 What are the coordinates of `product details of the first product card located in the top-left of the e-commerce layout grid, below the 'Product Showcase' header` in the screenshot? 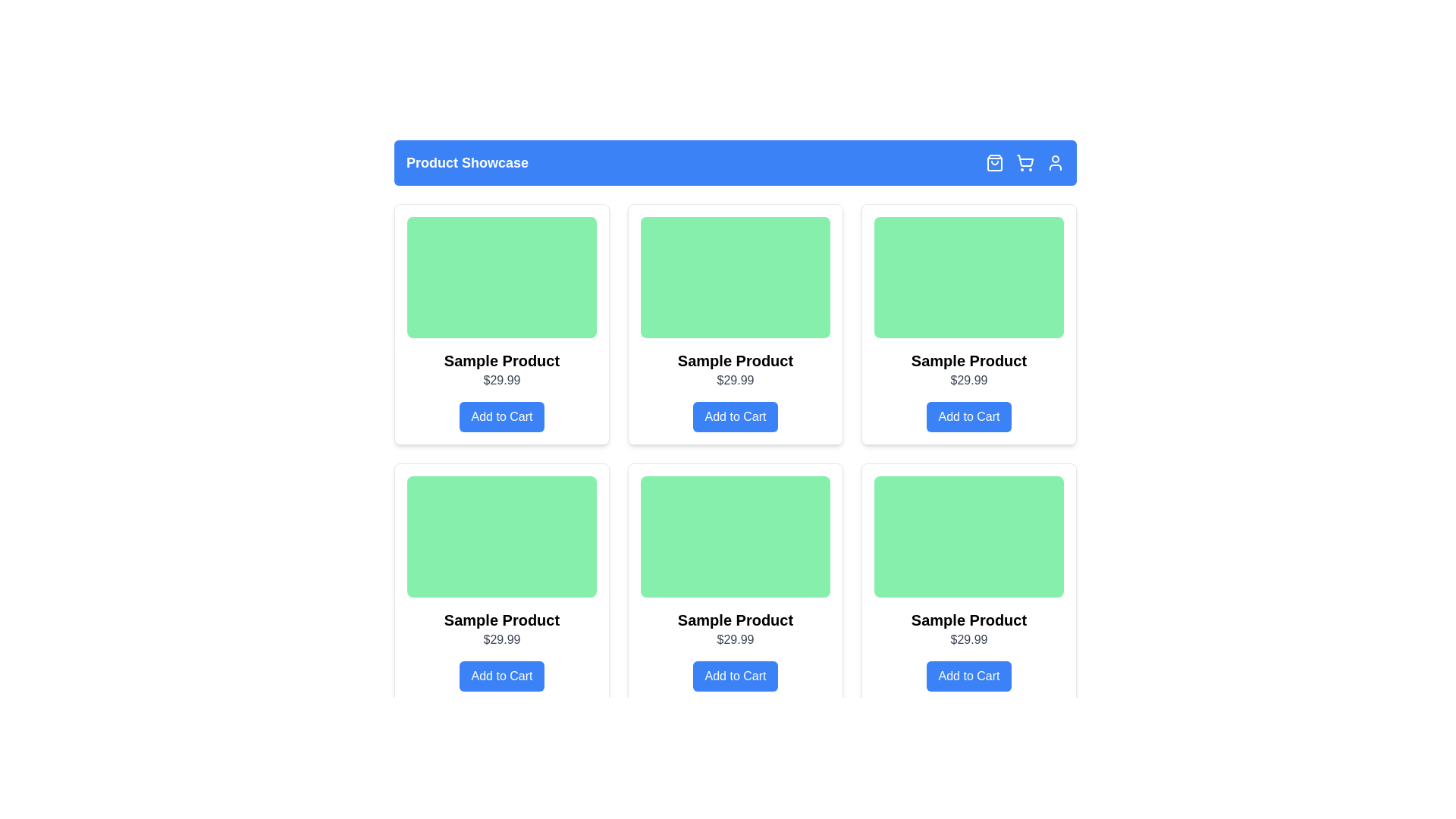 It's located at (502, 324).